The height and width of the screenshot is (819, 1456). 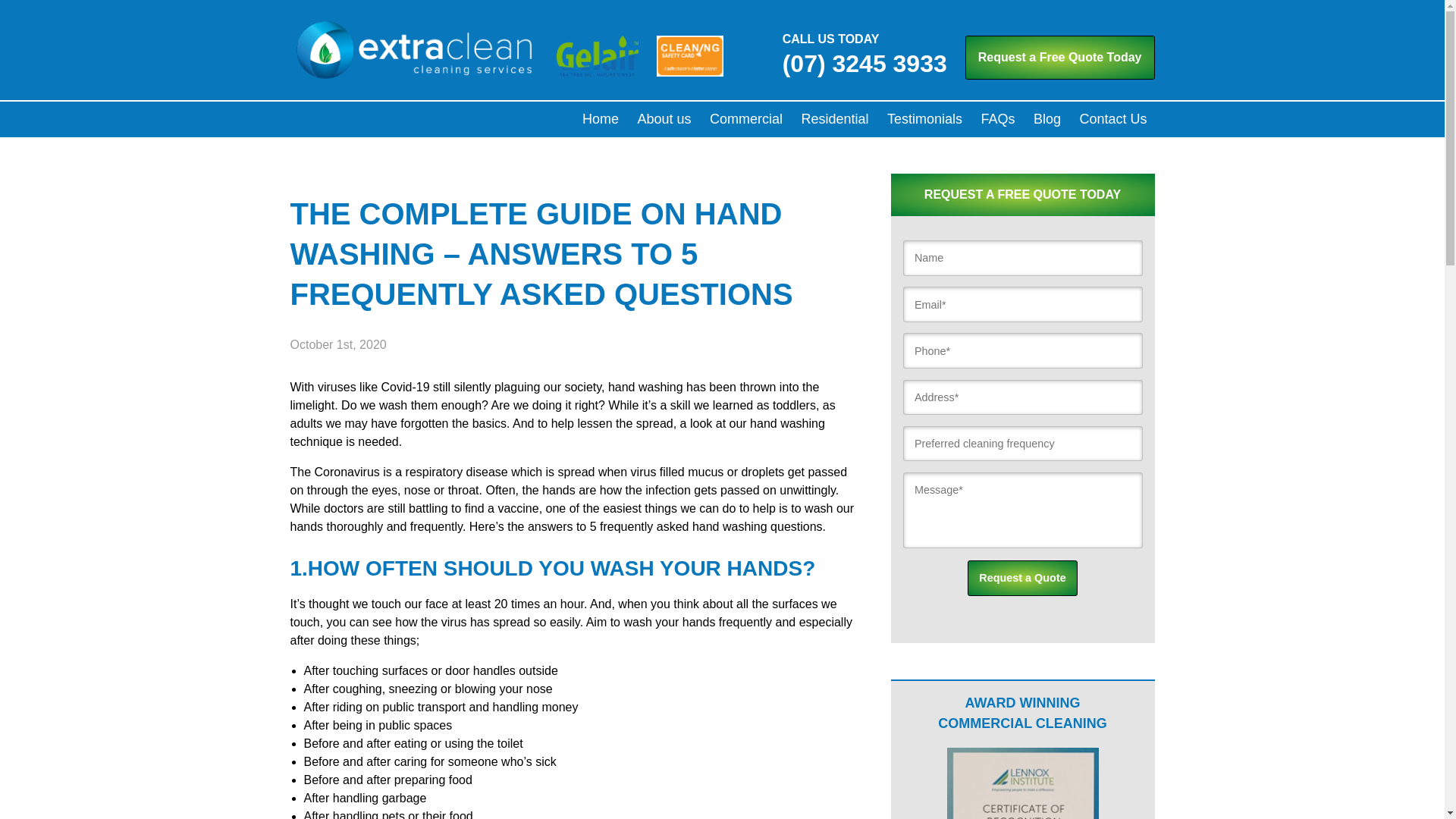 I want to click on 'CALL US TODAY, so click(x=852, y=57).